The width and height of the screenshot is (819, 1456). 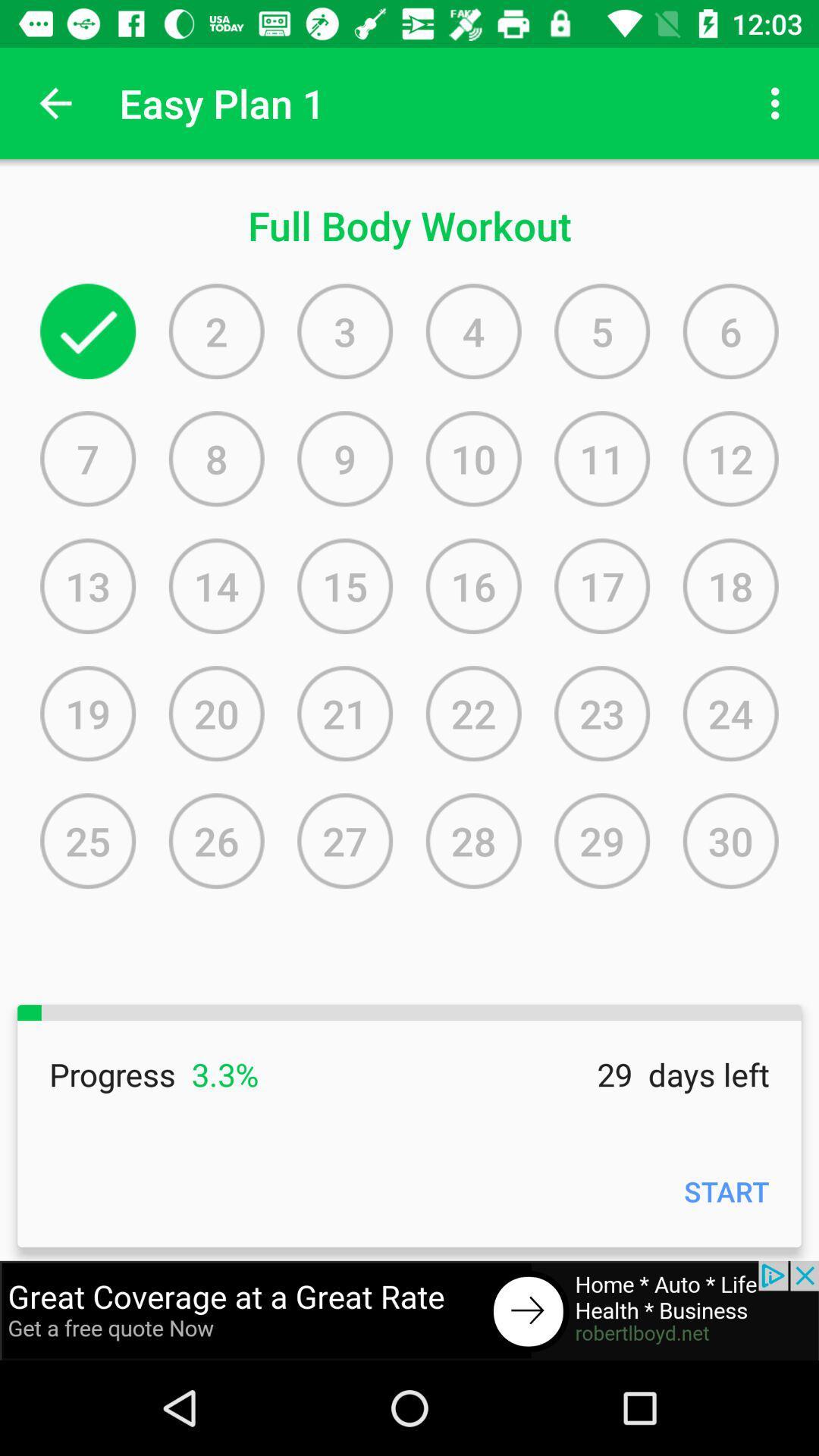 I want to click on advertisement website, so click(x=409, y=1310).